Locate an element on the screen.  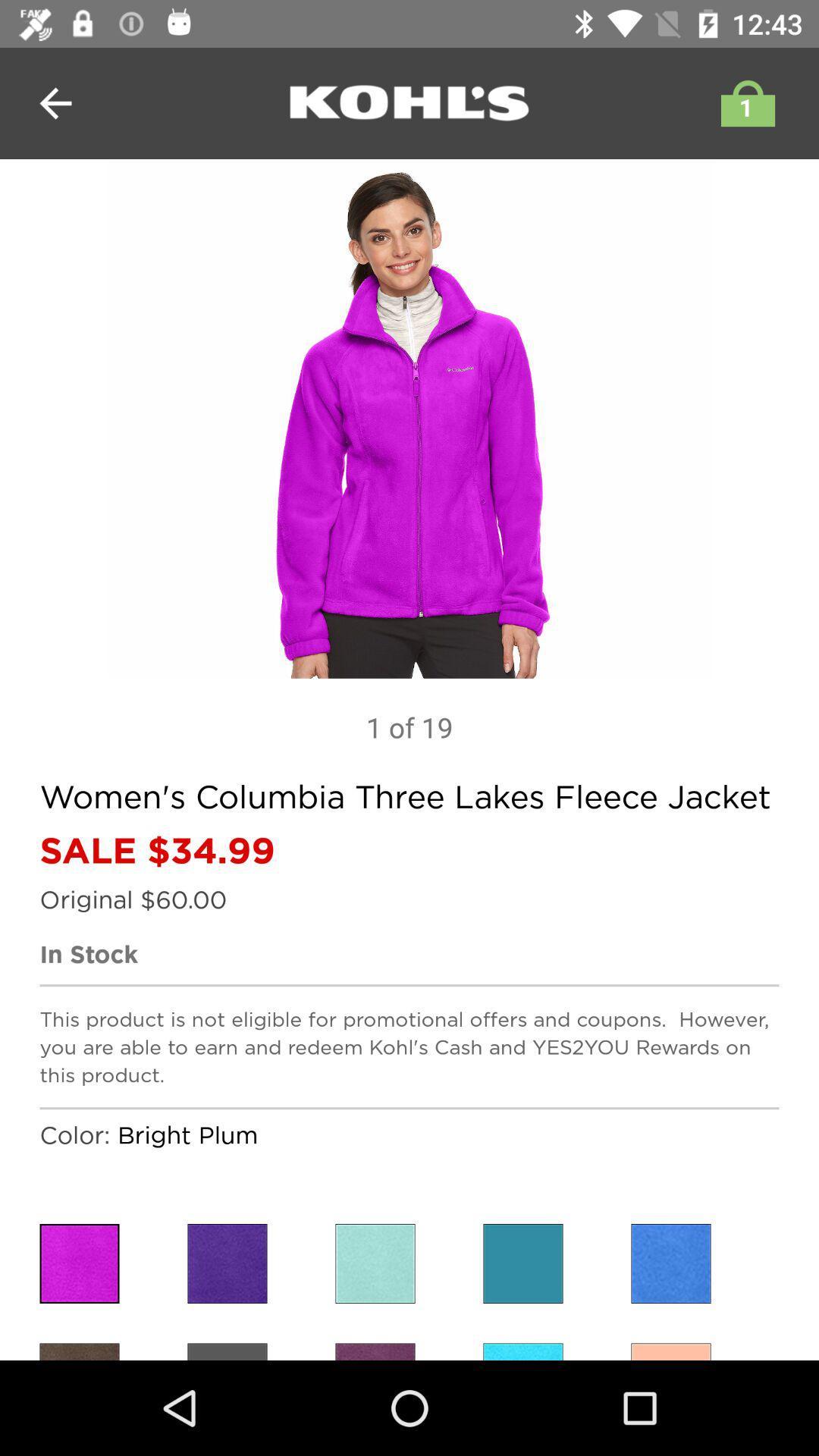
item below the color: icon is located at coordinates (79, 1263).